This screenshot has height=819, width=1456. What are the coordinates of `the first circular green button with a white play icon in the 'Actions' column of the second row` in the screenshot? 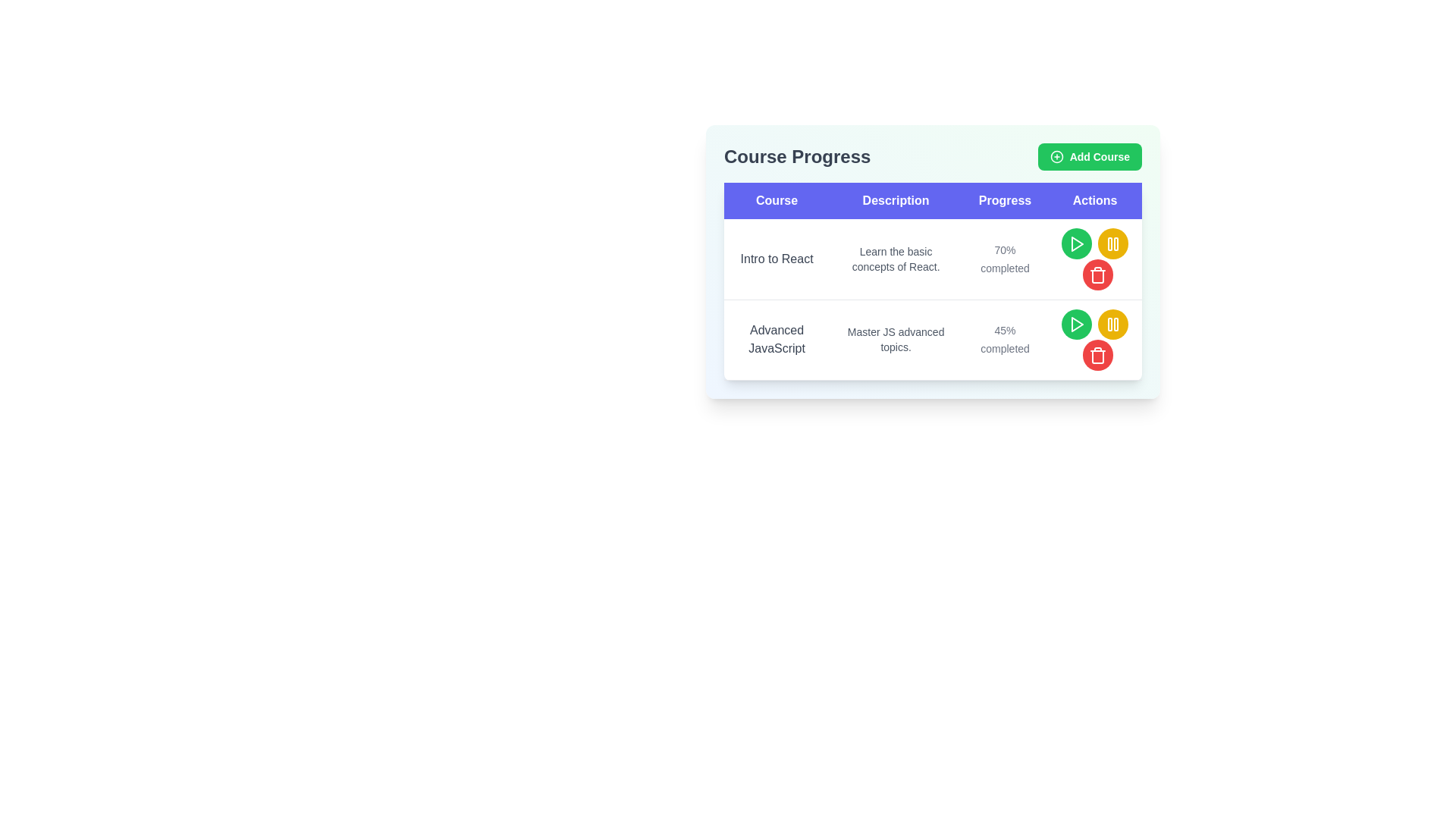 It's located at (1076, 323).